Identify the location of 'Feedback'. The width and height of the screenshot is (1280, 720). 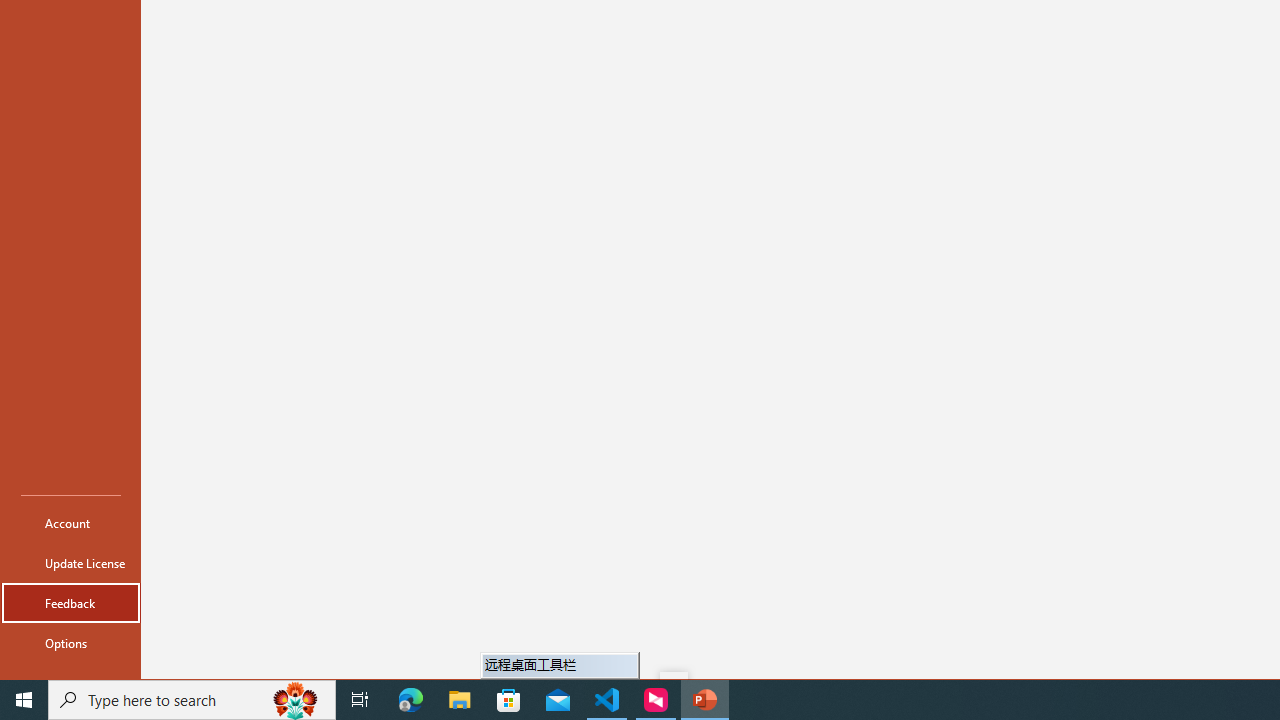
(71, 602).